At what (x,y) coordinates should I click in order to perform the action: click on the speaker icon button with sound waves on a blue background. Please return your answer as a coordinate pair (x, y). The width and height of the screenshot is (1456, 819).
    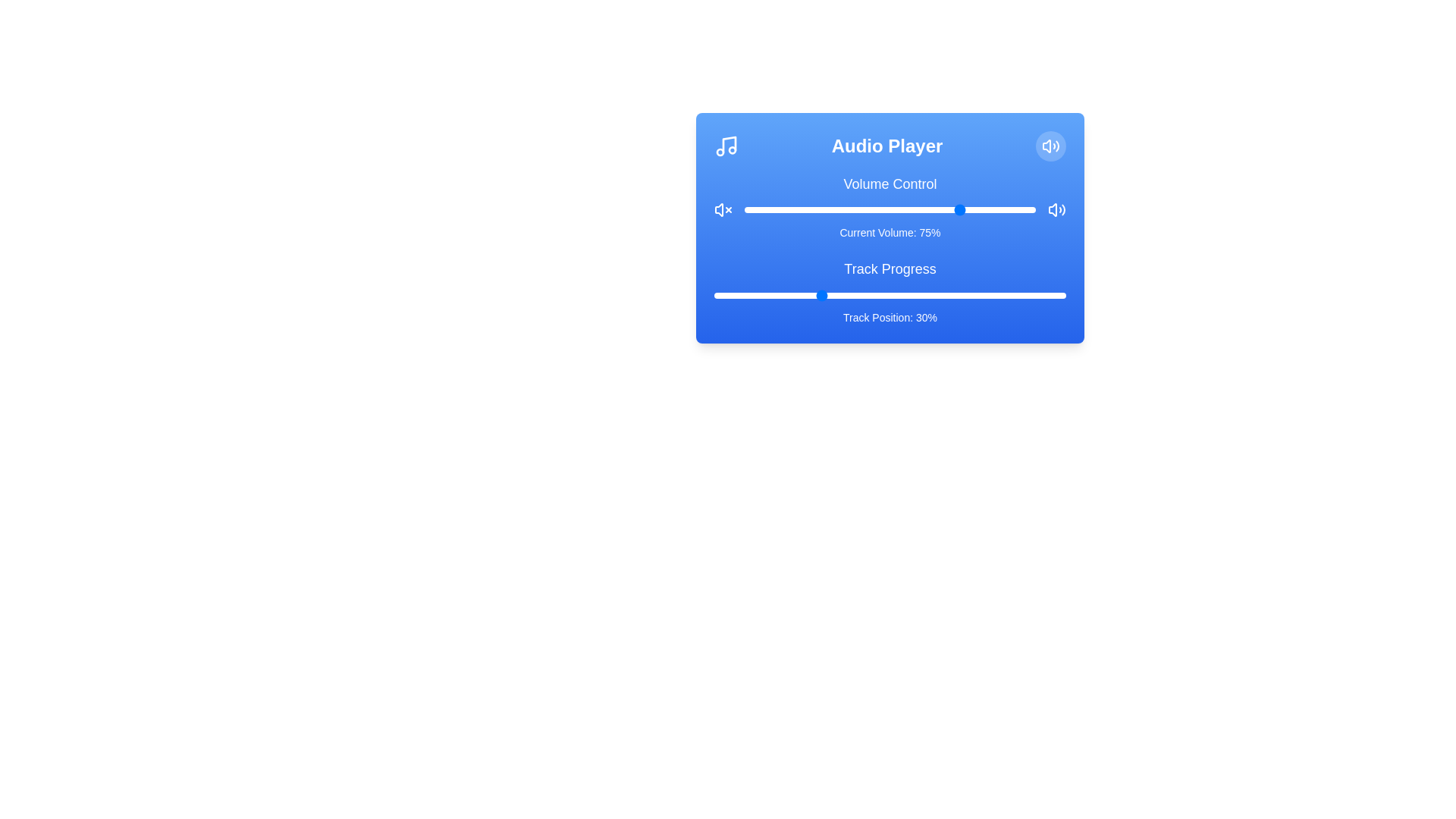
    Looking at the image, I should click on (1056, 210).